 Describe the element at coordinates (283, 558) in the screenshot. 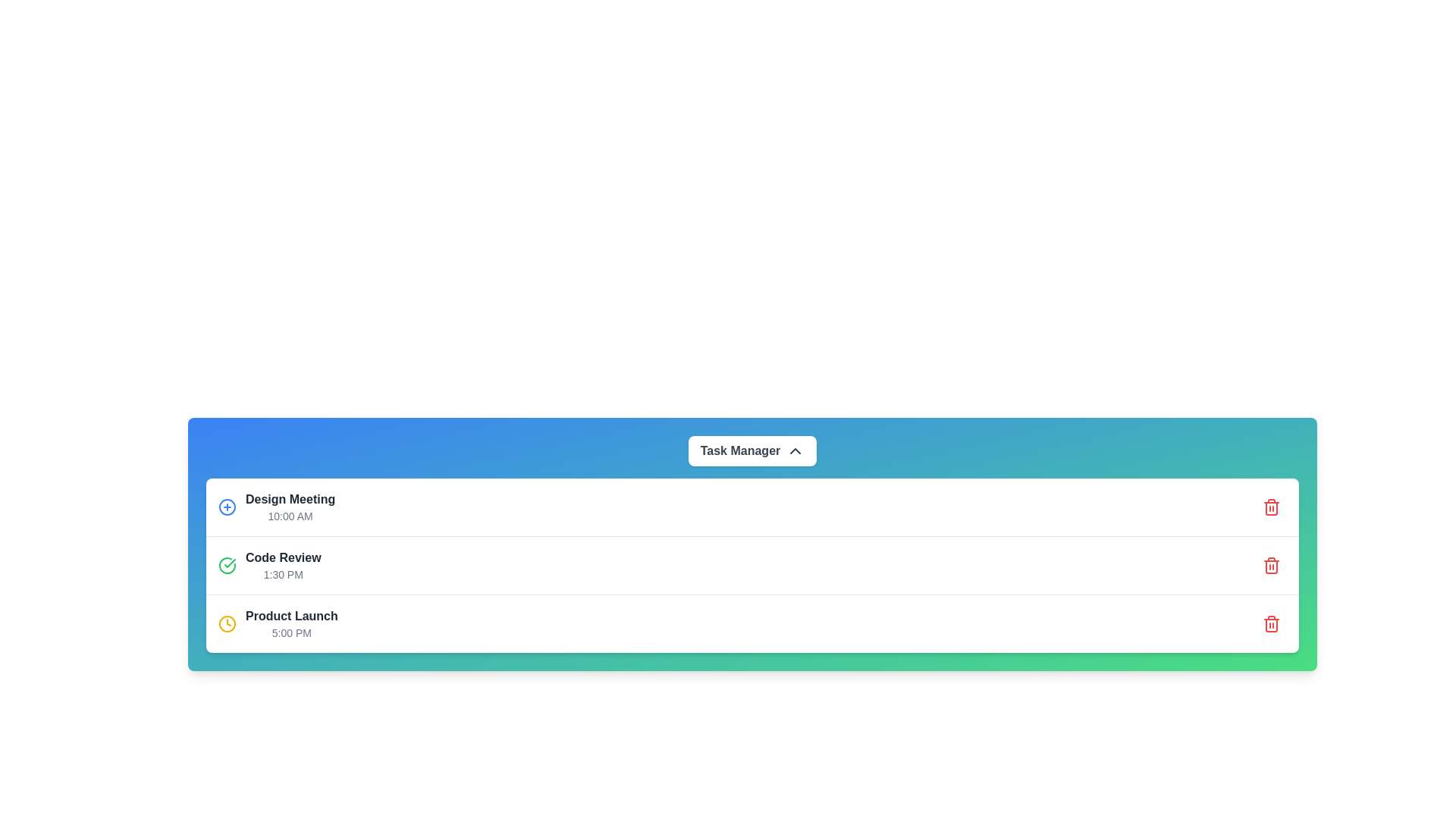

I see `text label for the task named 'Code Review' located in the 'Task Manager' interface, positioned above the '1:30 PM' timestamp` at that location.